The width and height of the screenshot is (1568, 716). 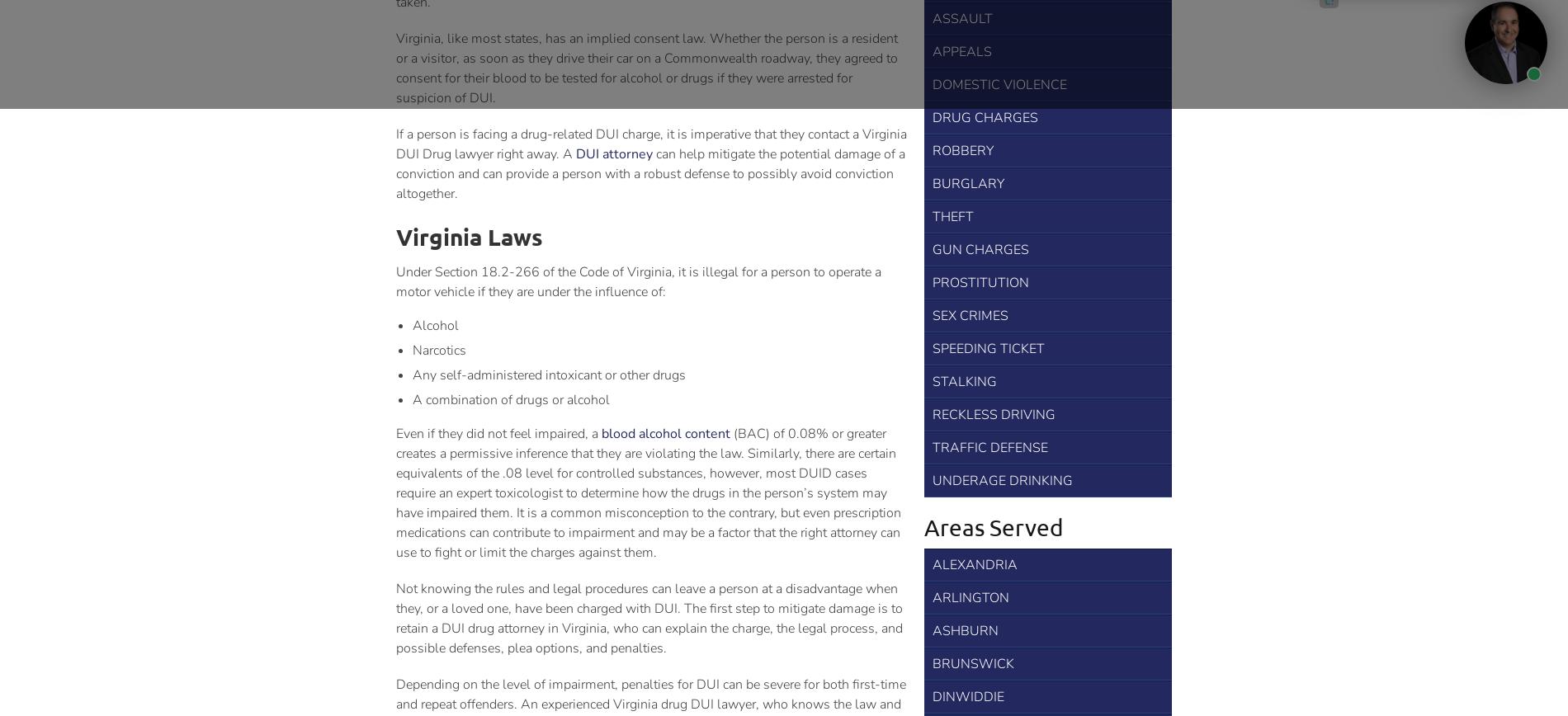 I want to click on 'Sex Crimes', so click(x=932, y=315).